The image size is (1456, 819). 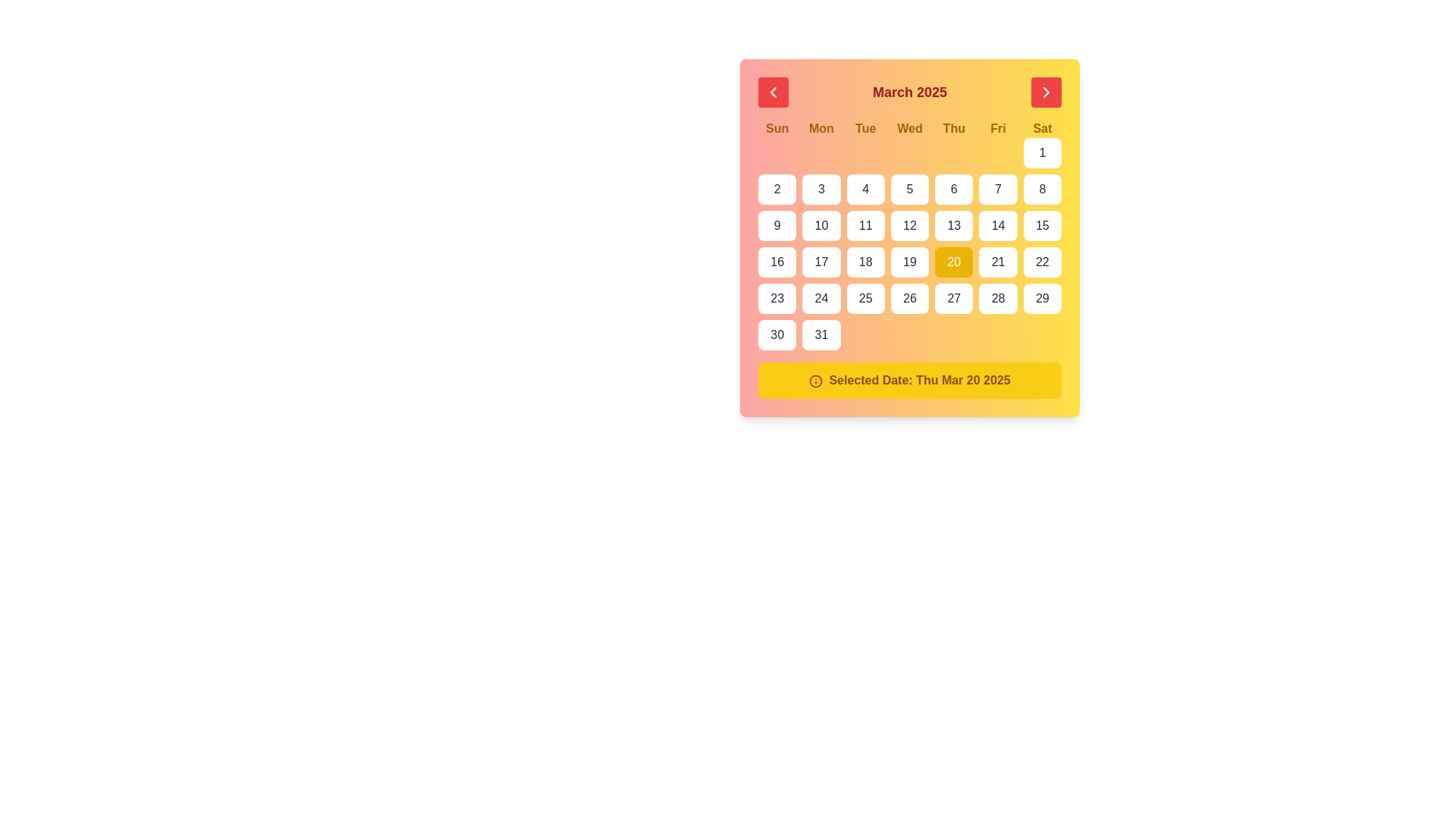 What do you see at coordinates (865, 262) in the screenshot?
I see `the button representing the date '18' in the calendar interface` at bounding box center [865, 262].